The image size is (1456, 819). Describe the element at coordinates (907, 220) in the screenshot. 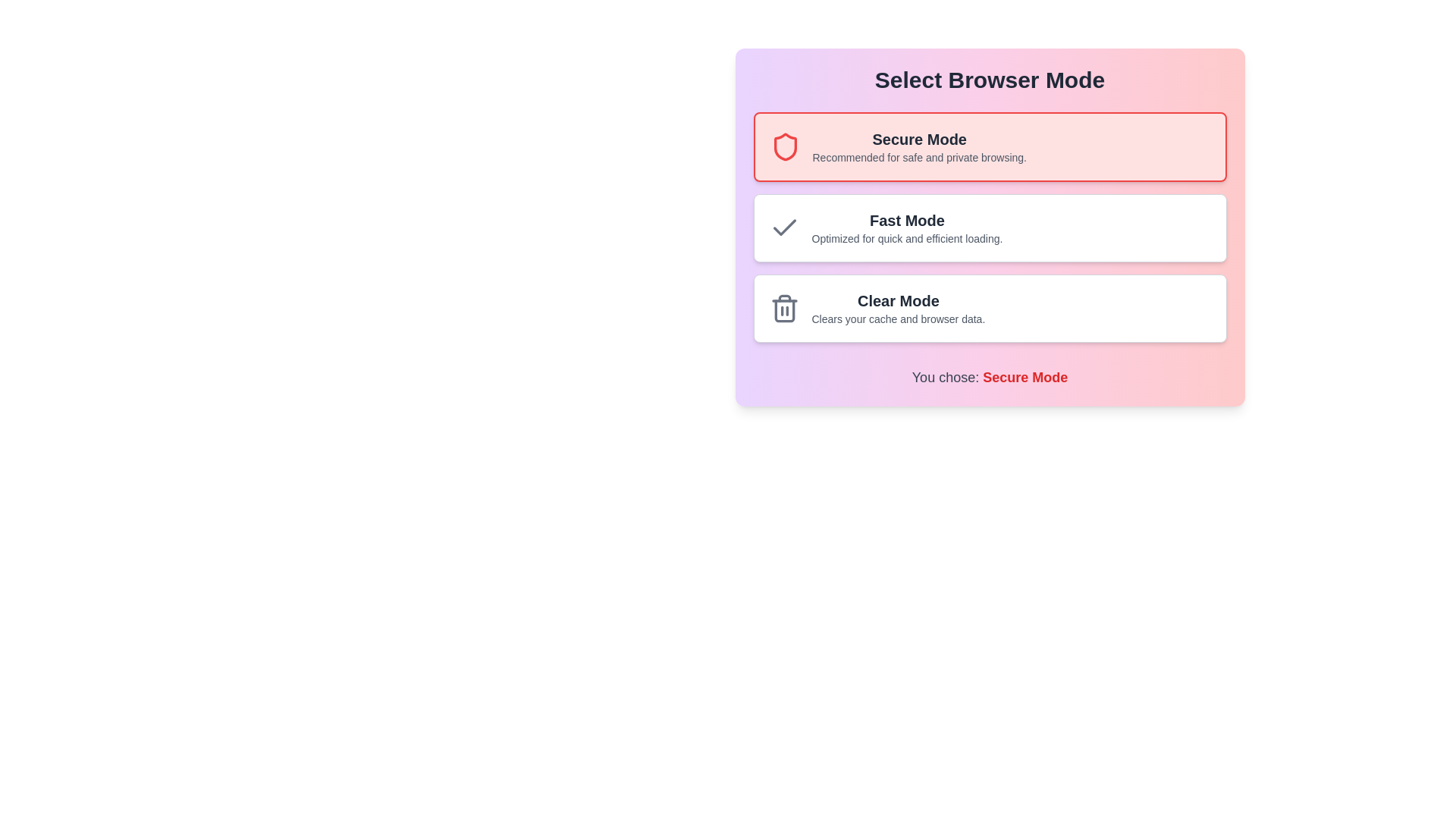

I see `the 'Fast Mode' text label, which serves as a heading in the selection interface for browser modes, centrally aligned within its rectangular box` at that location.